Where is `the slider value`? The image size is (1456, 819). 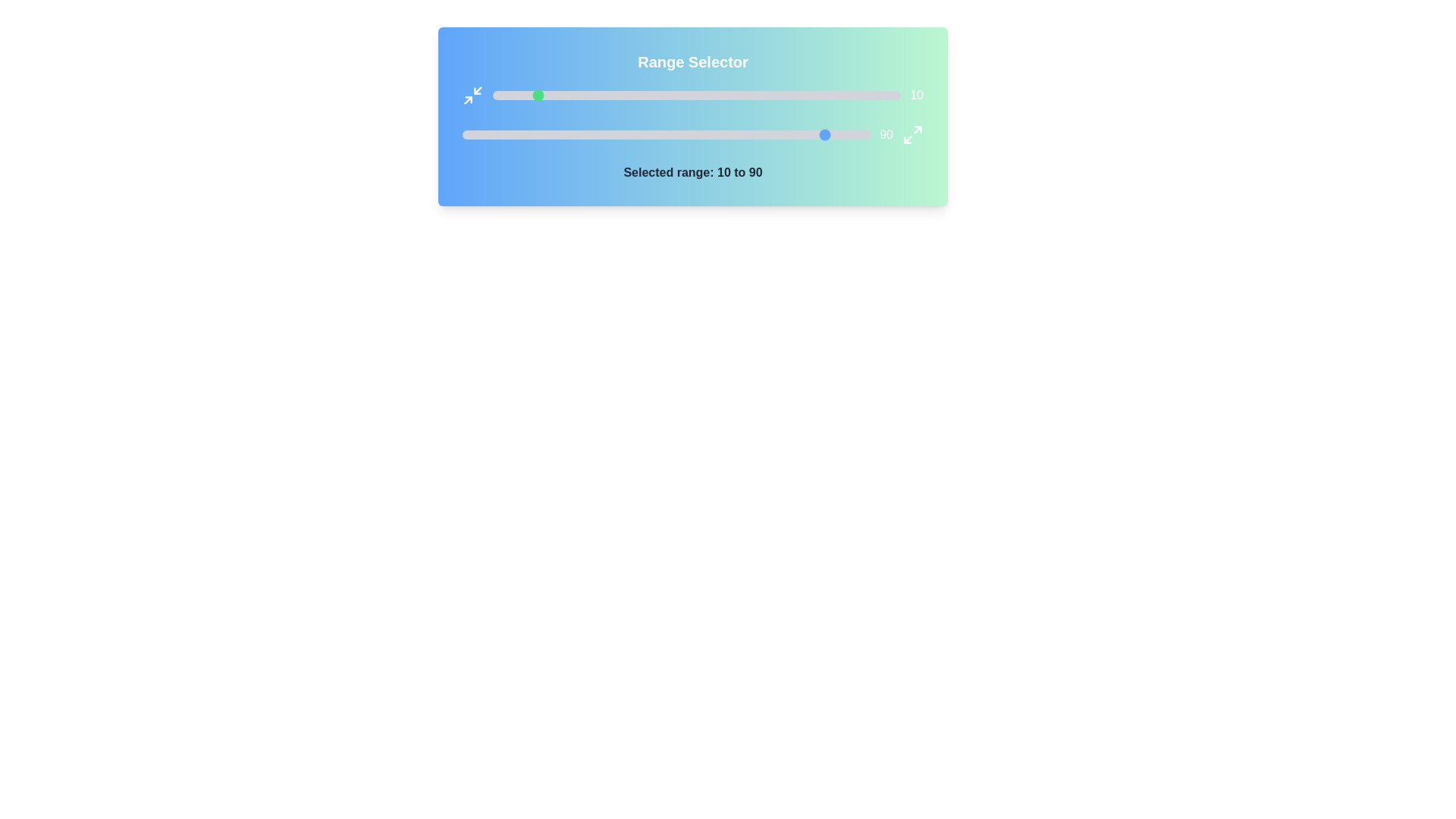
the slider value is located at coordinates (553, 96).